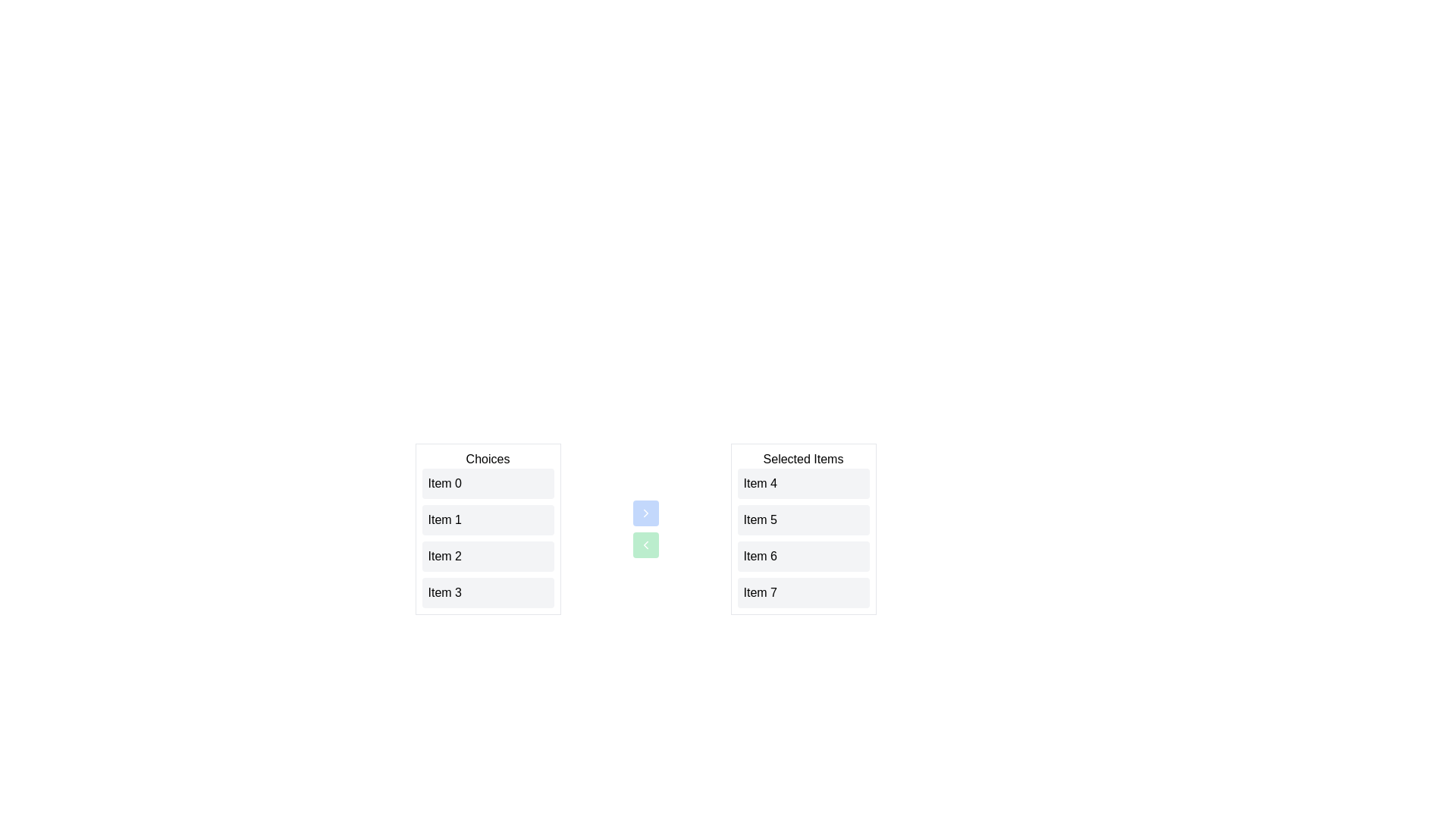 The image size is (1456, 819). Describe the element at coordinates (488, 556) in the screenshot. I see `the third item in the 'Choices' list` at that location.